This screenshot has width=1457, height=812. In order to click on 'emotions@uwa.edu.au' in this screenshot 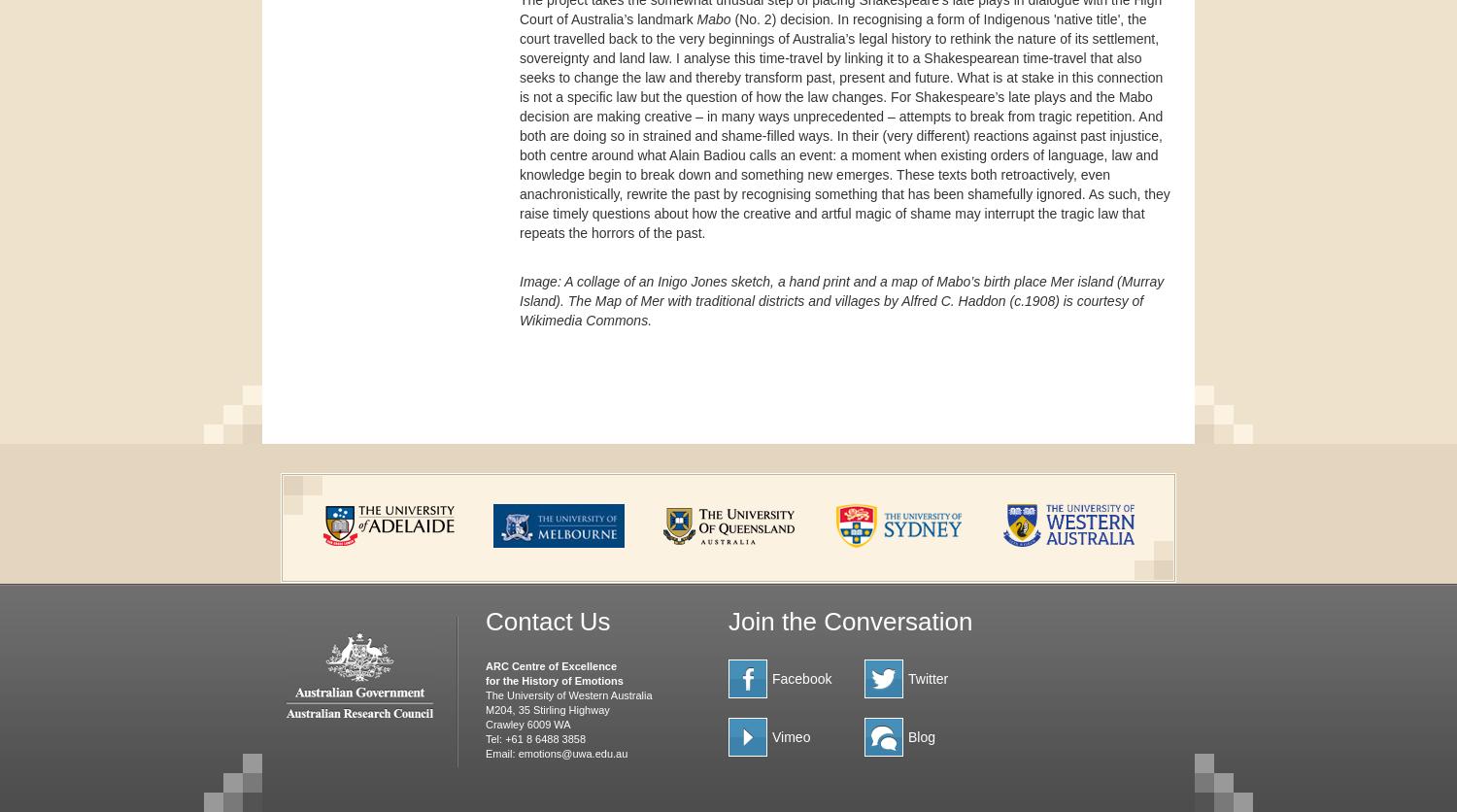, I will do `click(571, 751)`.